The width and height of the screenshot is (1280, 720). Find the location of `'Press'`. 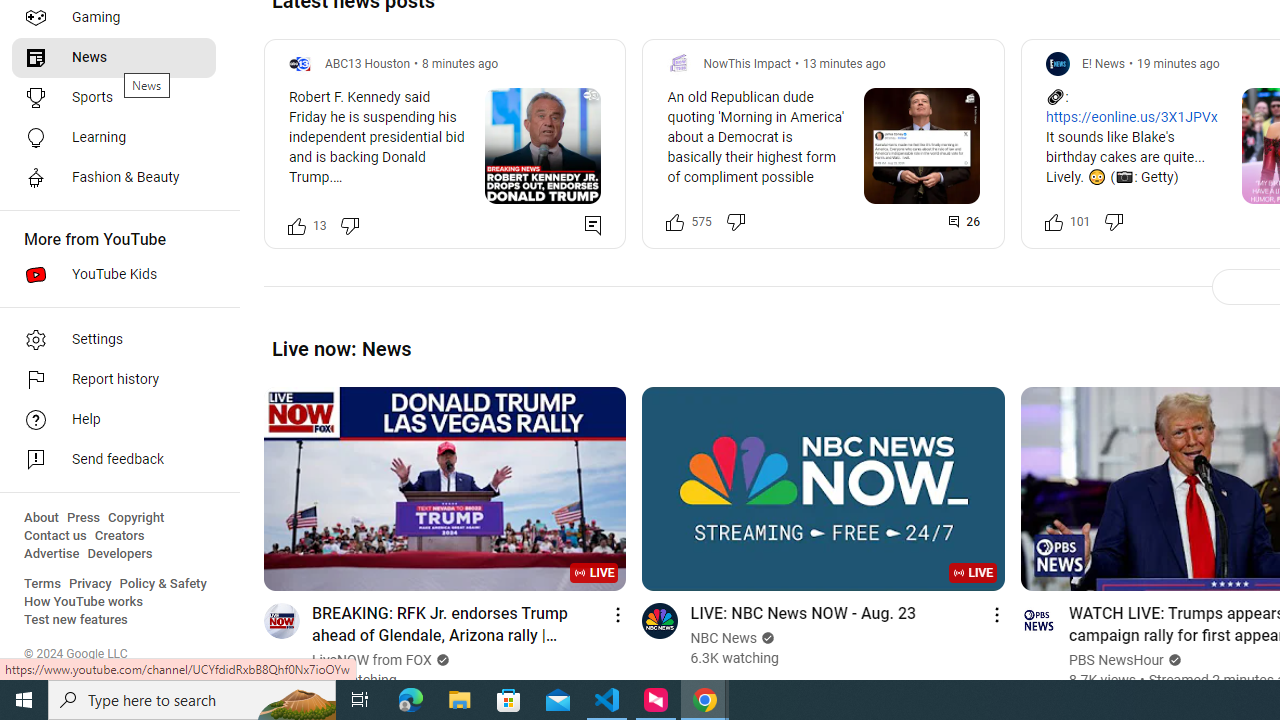

'Press' is located at coordinates (82, 517).